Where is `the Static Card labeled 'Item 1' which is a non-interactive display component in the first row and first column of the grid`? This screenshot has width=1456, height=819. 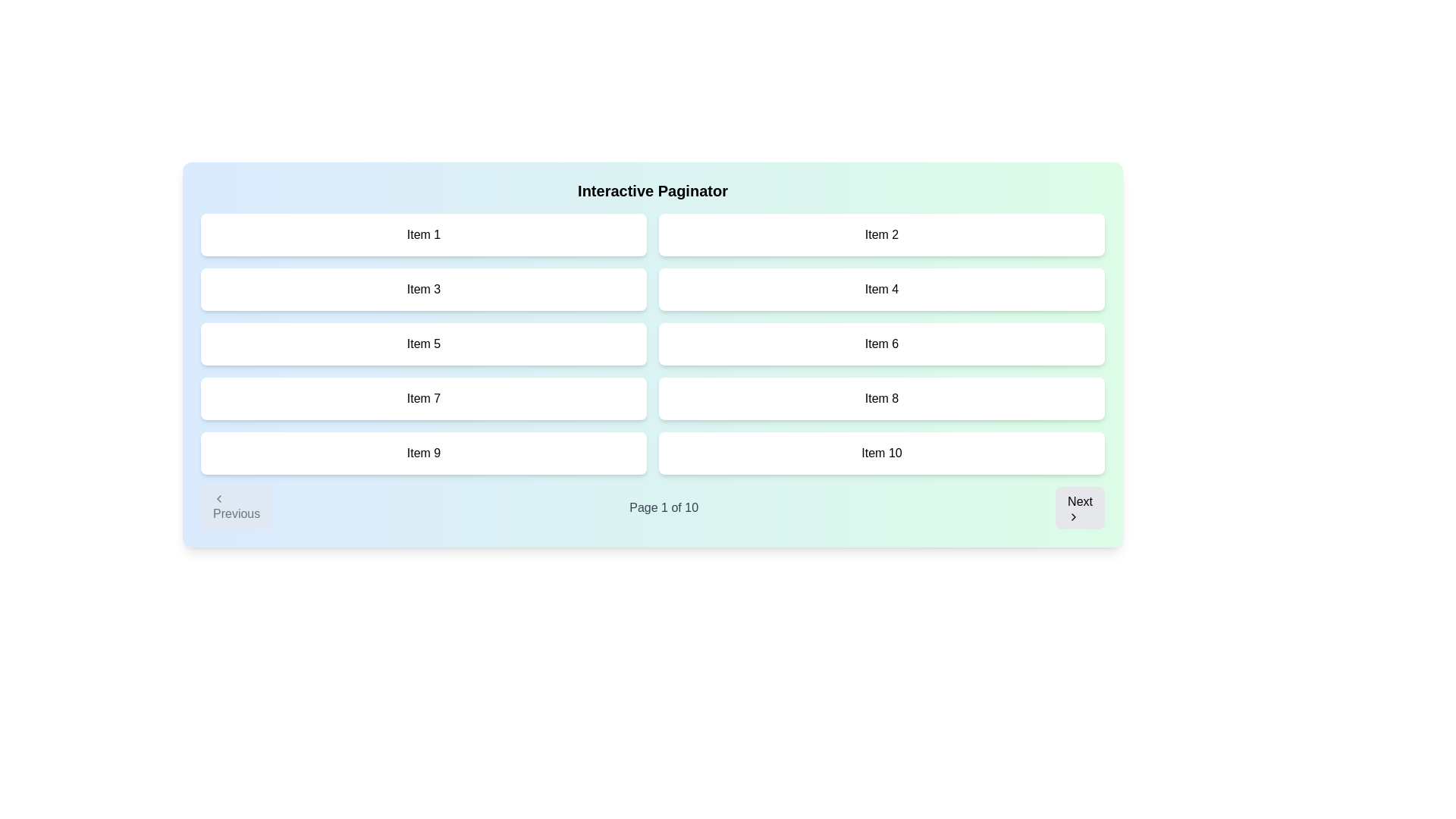
the Static Card labeled 'Item 1' which is a non-interactive display component in the first row and first column of the grid is located at coordinates (423, 234).